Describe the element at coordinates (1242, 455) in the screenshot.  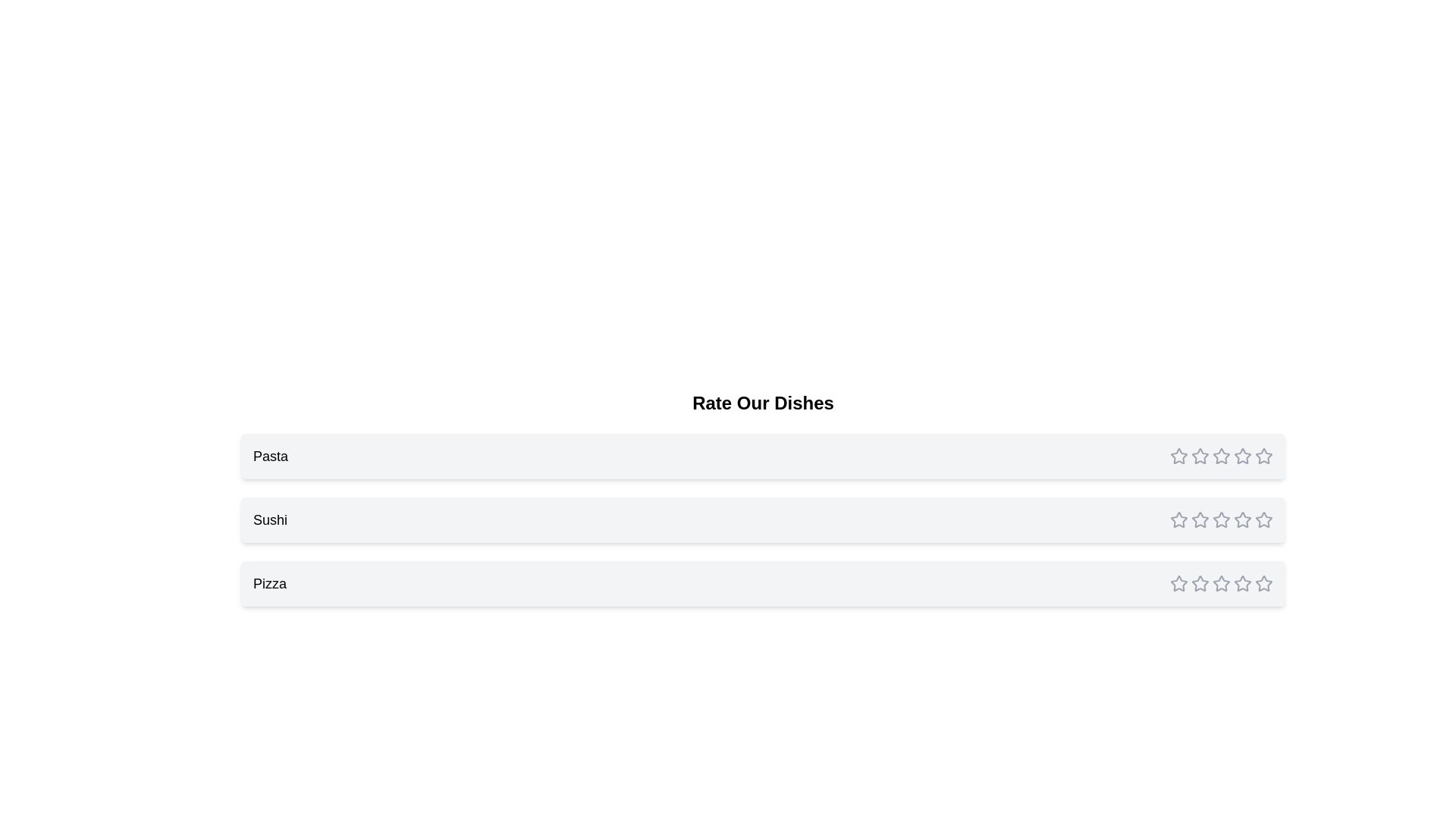
I see `the fourth star icon in the rating system` at that location.